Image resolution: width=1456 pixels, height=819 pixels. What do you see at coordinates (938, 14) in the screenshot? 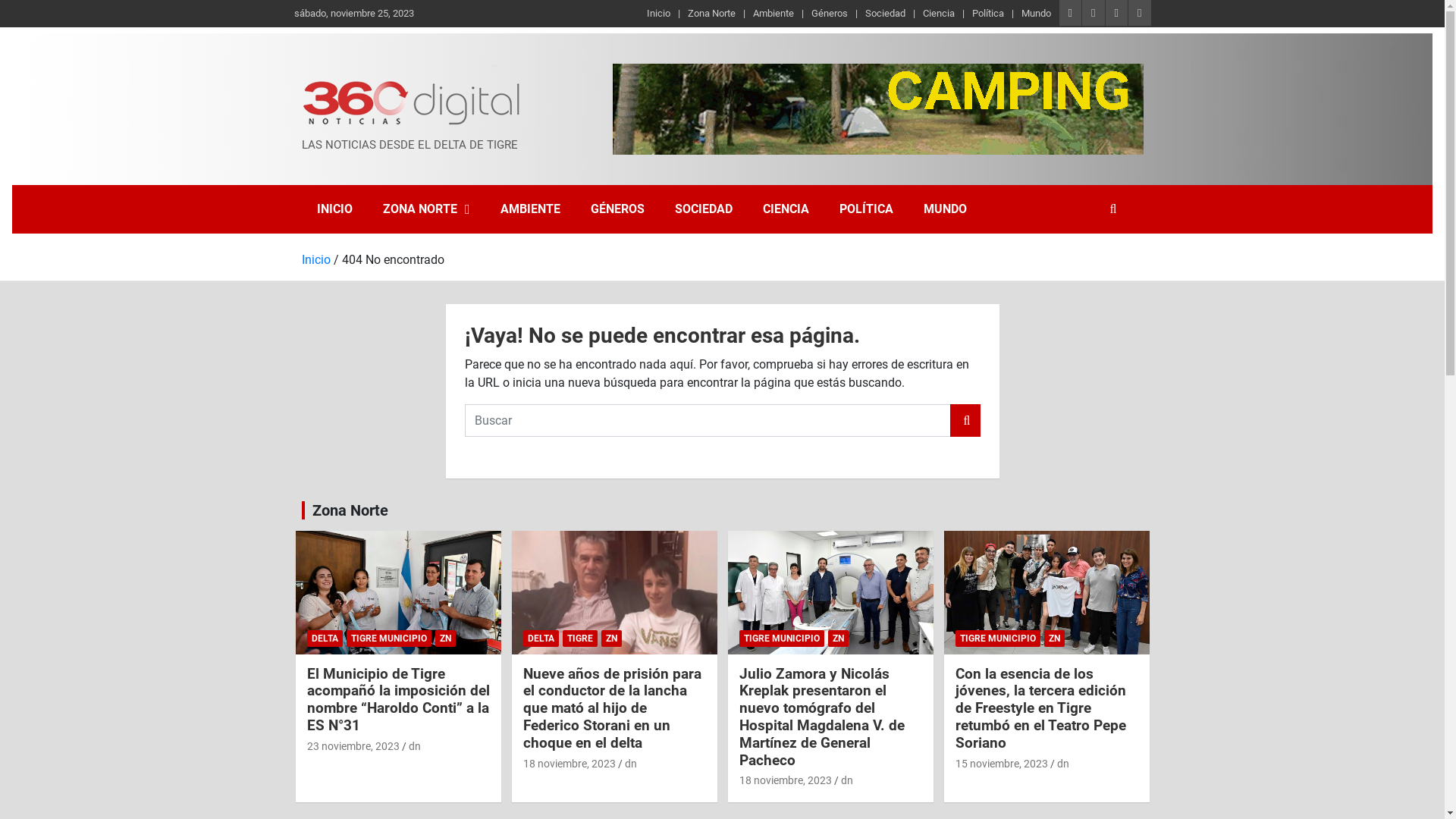
I see `'Ciencia'` at bounding box center [938, 14].